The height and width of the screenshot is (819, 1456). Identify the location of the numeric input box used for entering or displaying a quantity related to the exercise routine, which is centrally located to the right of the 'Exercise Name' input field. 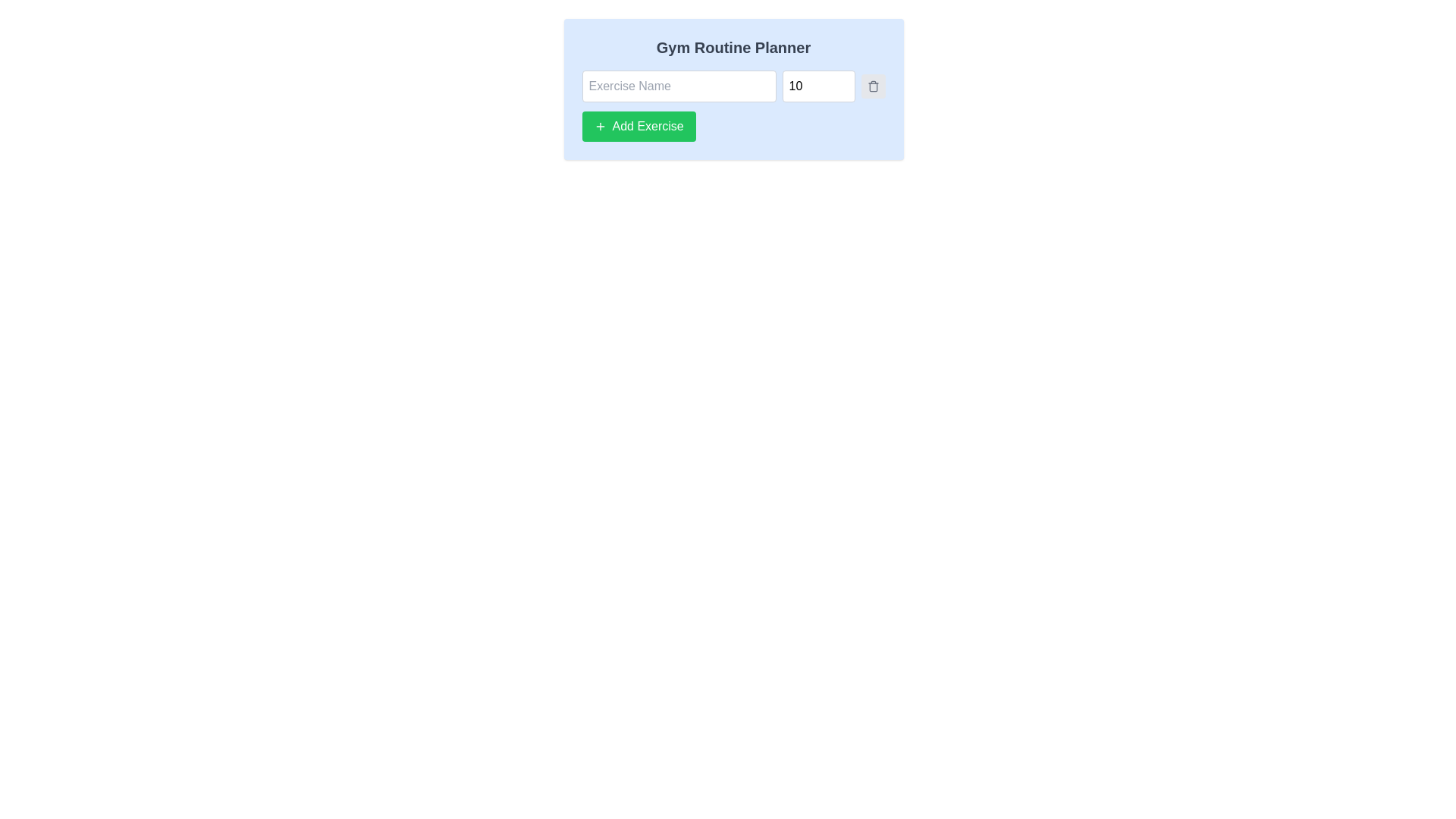
(817, 86).